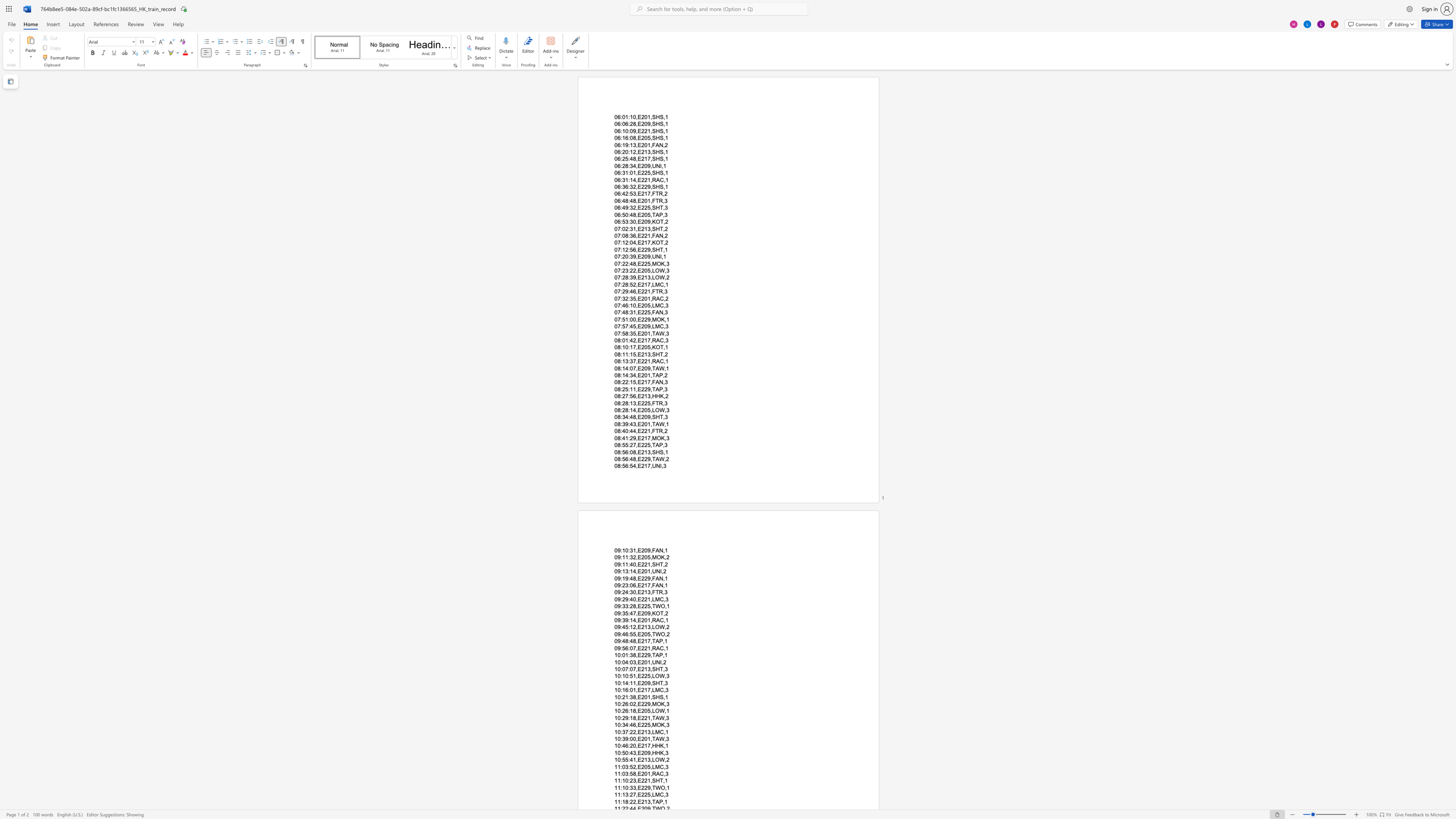 The height and width of the screenshot is (819, 1456). What do you see at coordinates (628, 619) in the screenshot?
I see `the subset text ":14,E201,RAC," within the text "09:39:14,E201,RAC,1"` at bounding box center [628, 619].